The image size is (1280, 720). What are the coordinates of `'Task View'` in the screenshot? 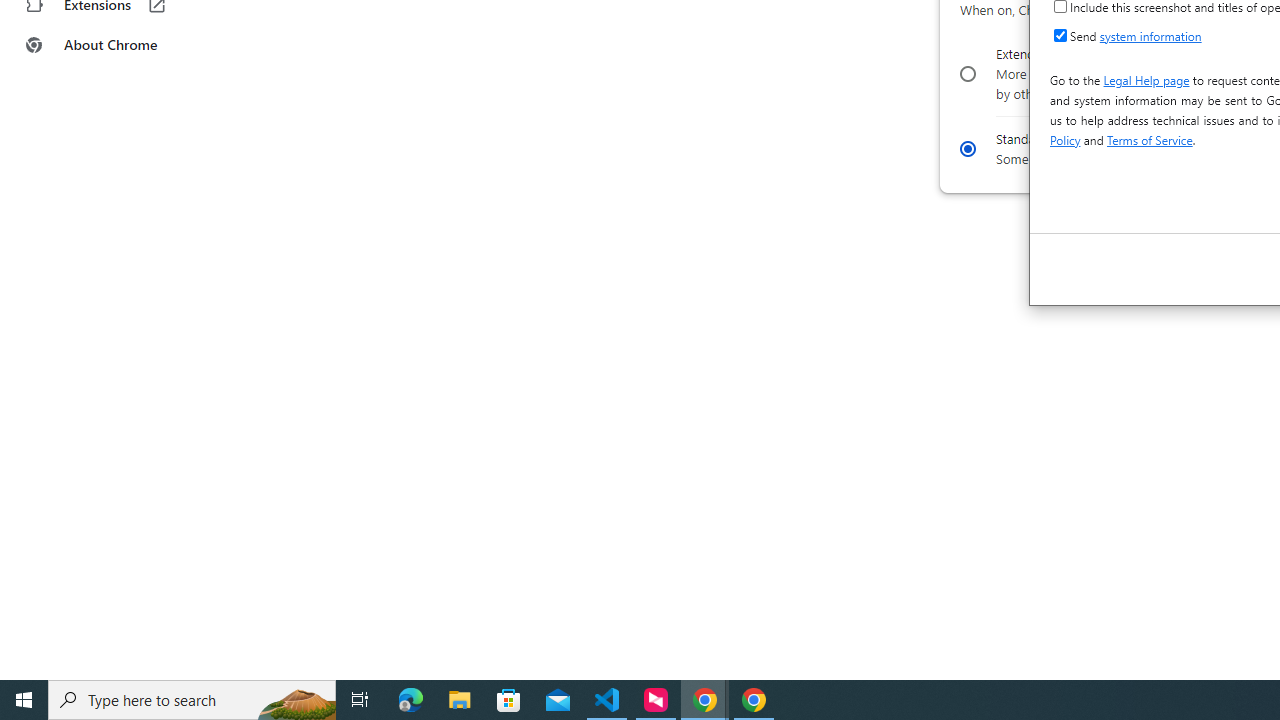 It's located at (359, 698).